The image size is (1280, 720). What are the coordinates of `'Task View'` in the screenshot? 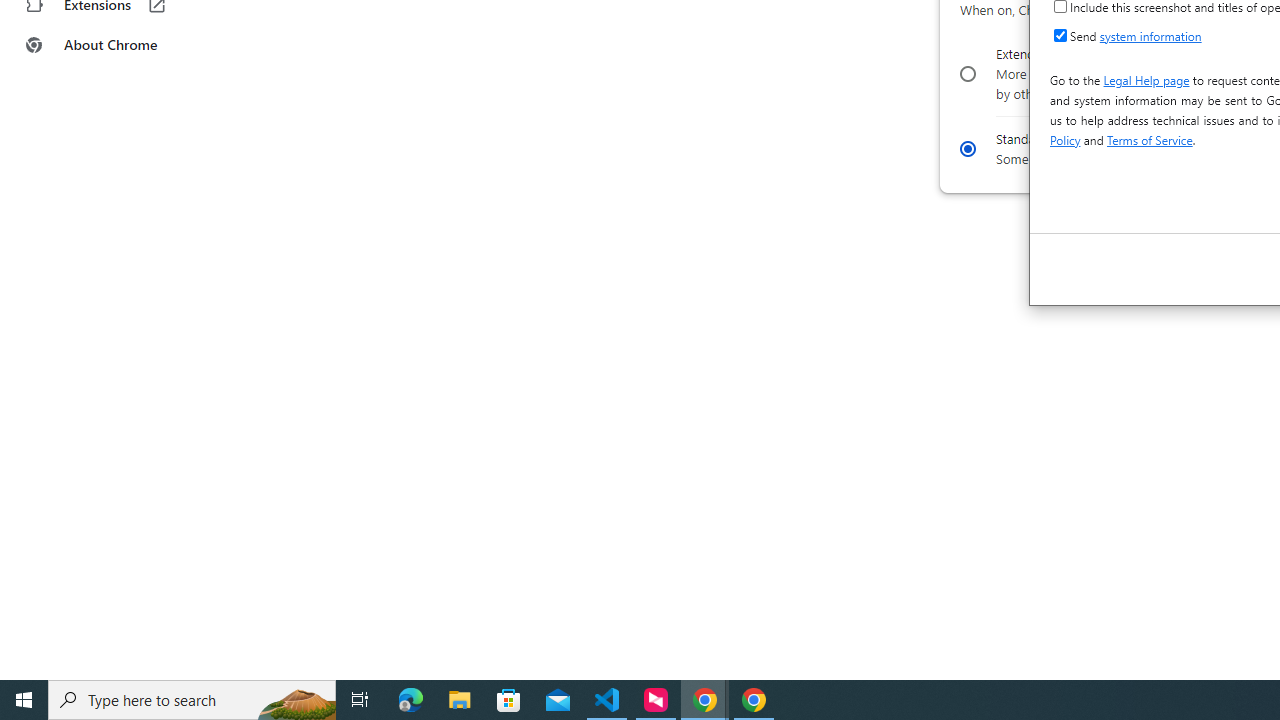 It's located at (359, 698).